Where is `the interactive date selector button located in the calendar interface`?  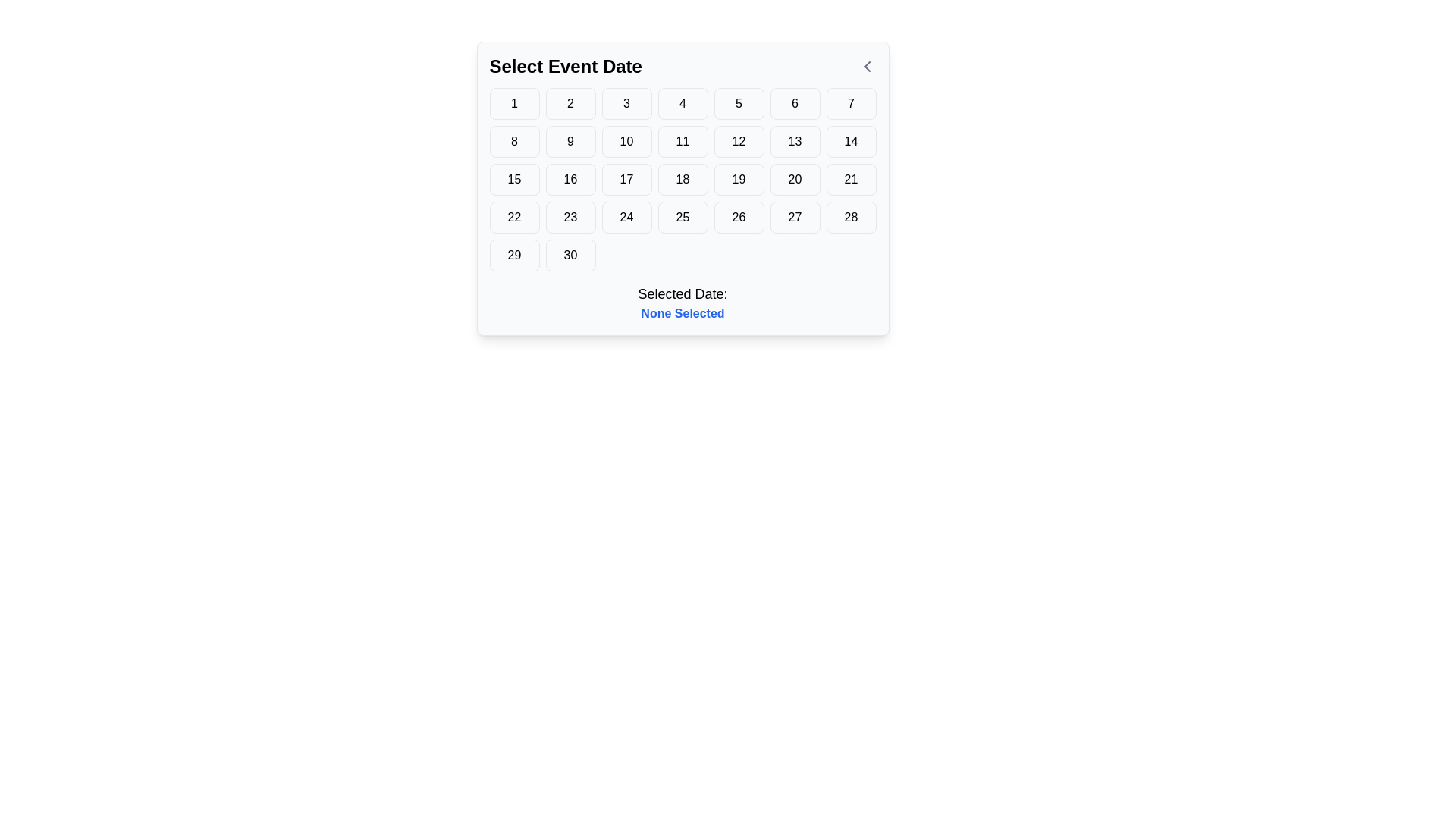
the interactive date selector button located in the calendar interface is located at coordinates (570, 178).